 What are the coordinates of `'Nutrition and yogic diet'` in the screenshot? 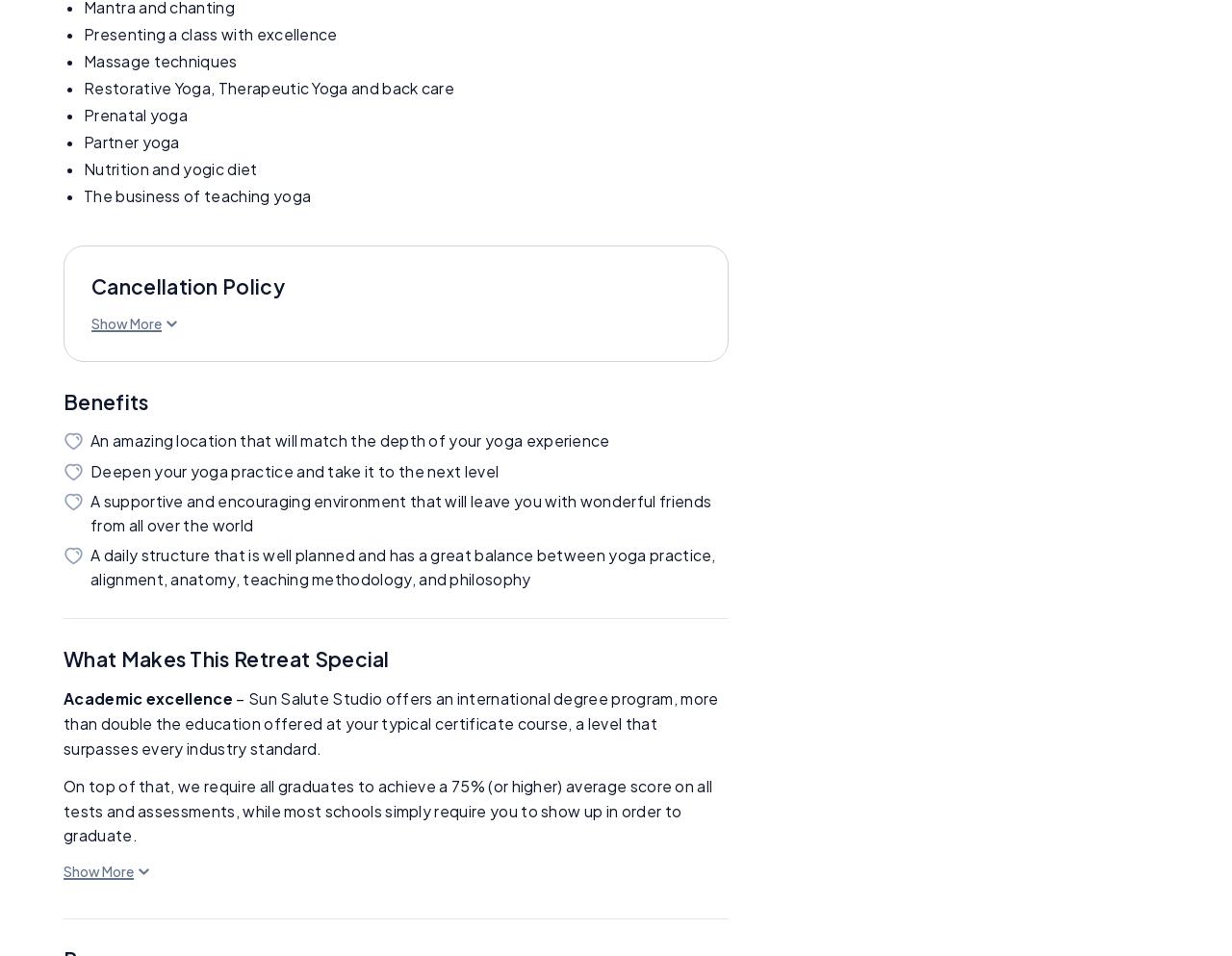 It's located at (170, 168).